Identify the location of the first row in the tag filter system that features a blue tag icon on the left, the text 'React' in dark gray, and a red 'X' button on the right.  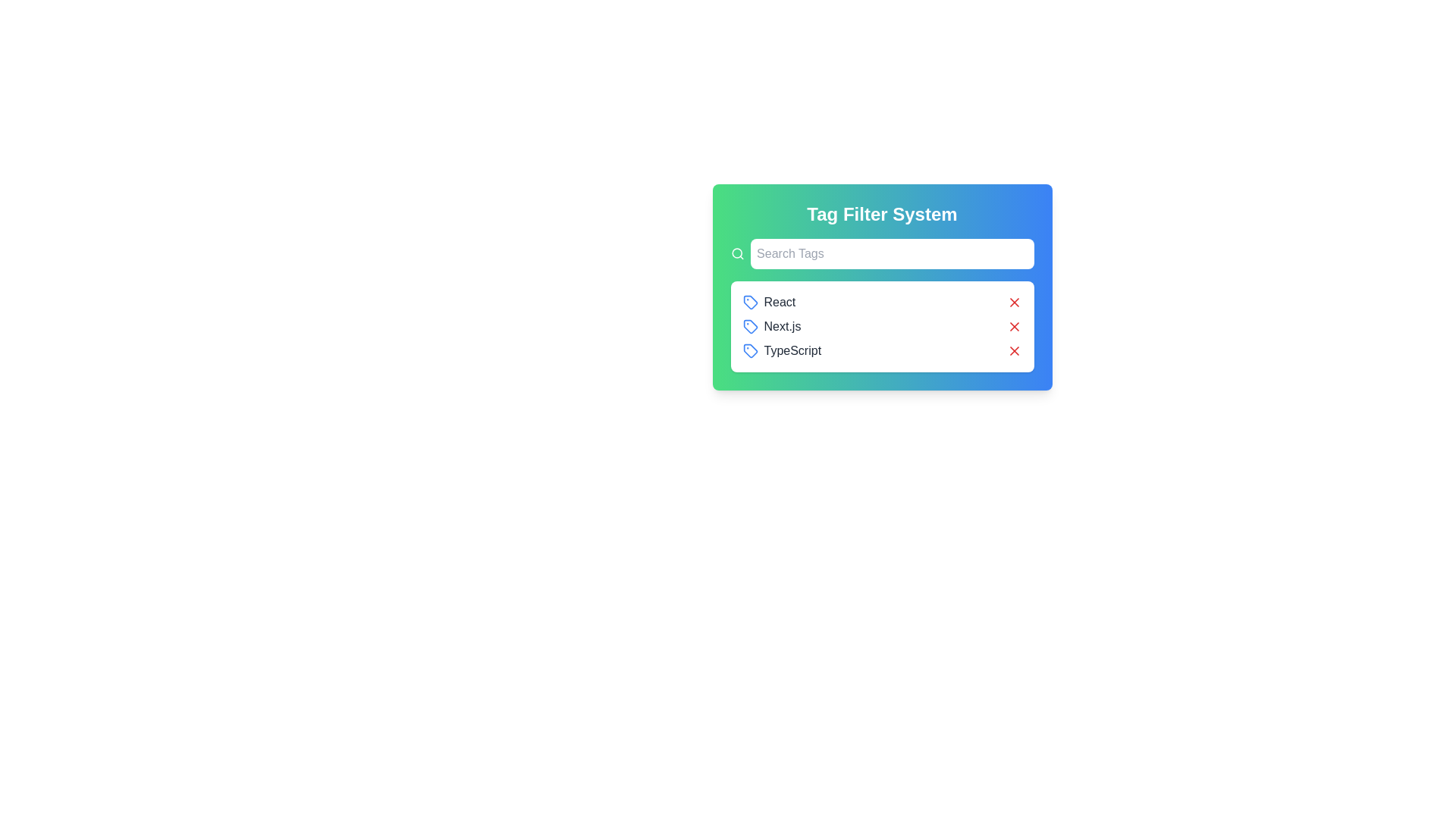
(882, 302).